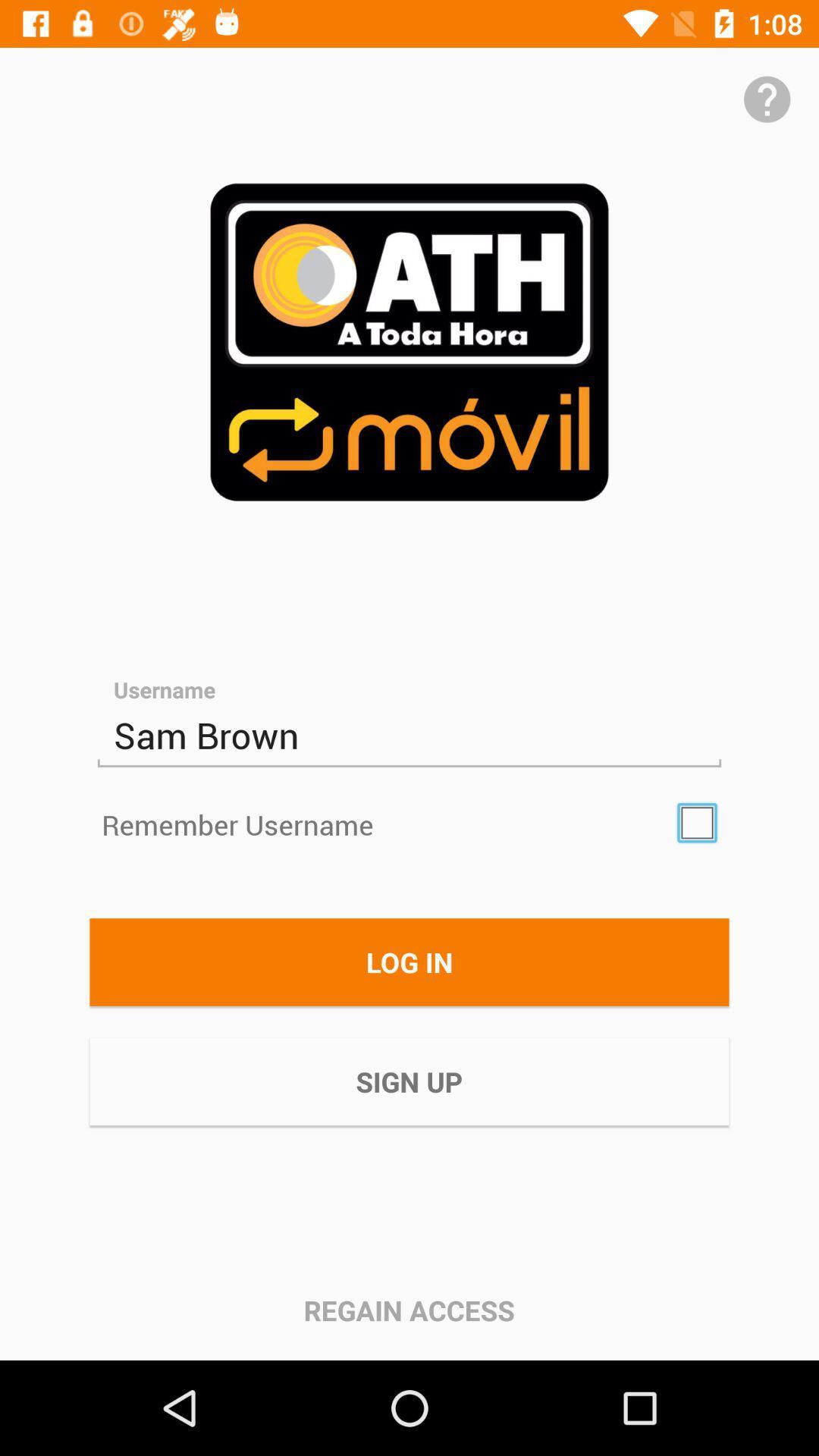  I want to click on help, so click(767, 99).